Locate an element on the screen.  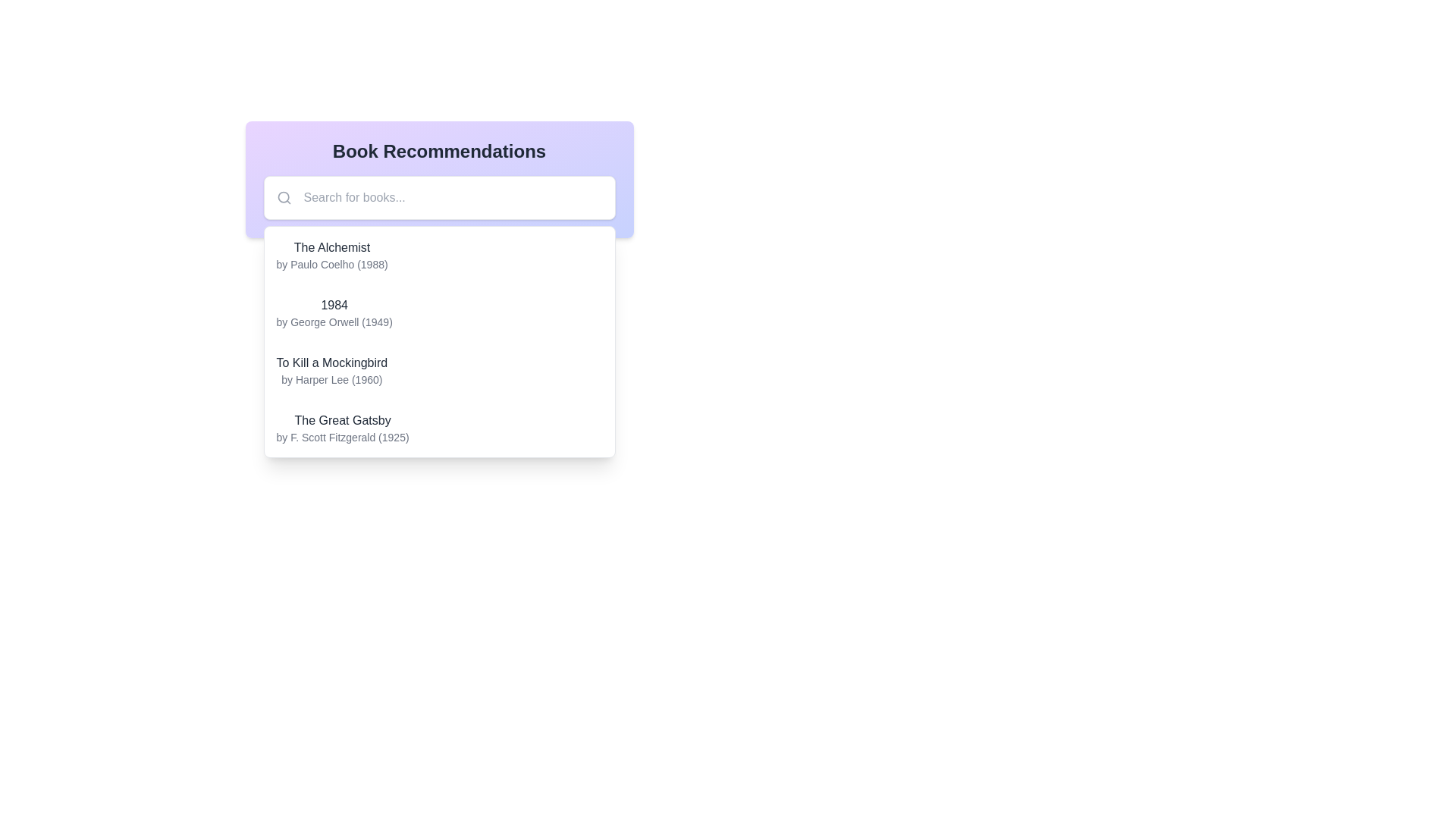
the text label displaying the title '1984' in bold dark-gray font for reading is located at coordinates (334, 305).